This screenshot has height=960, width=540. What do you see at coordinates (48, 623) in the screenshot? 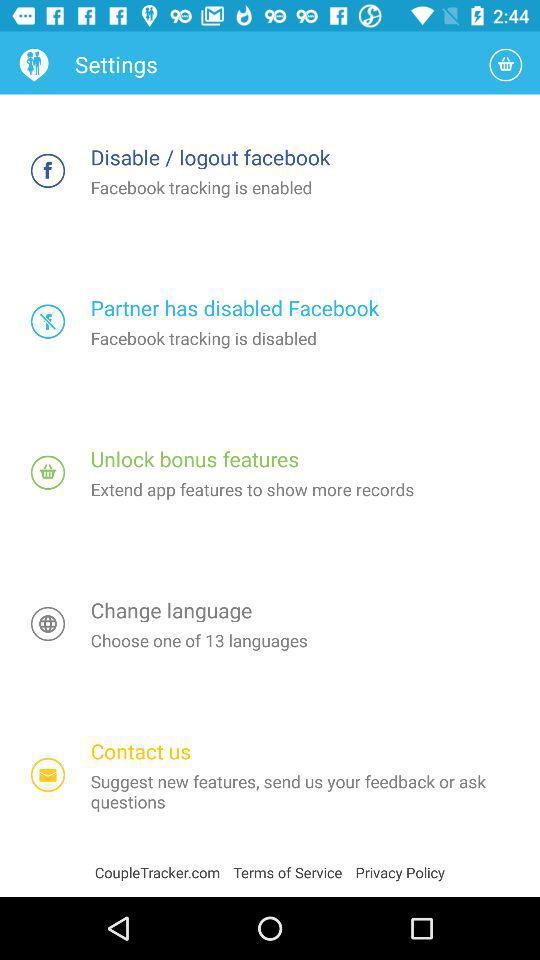
I see `change language` at bounding box center [48, 623].